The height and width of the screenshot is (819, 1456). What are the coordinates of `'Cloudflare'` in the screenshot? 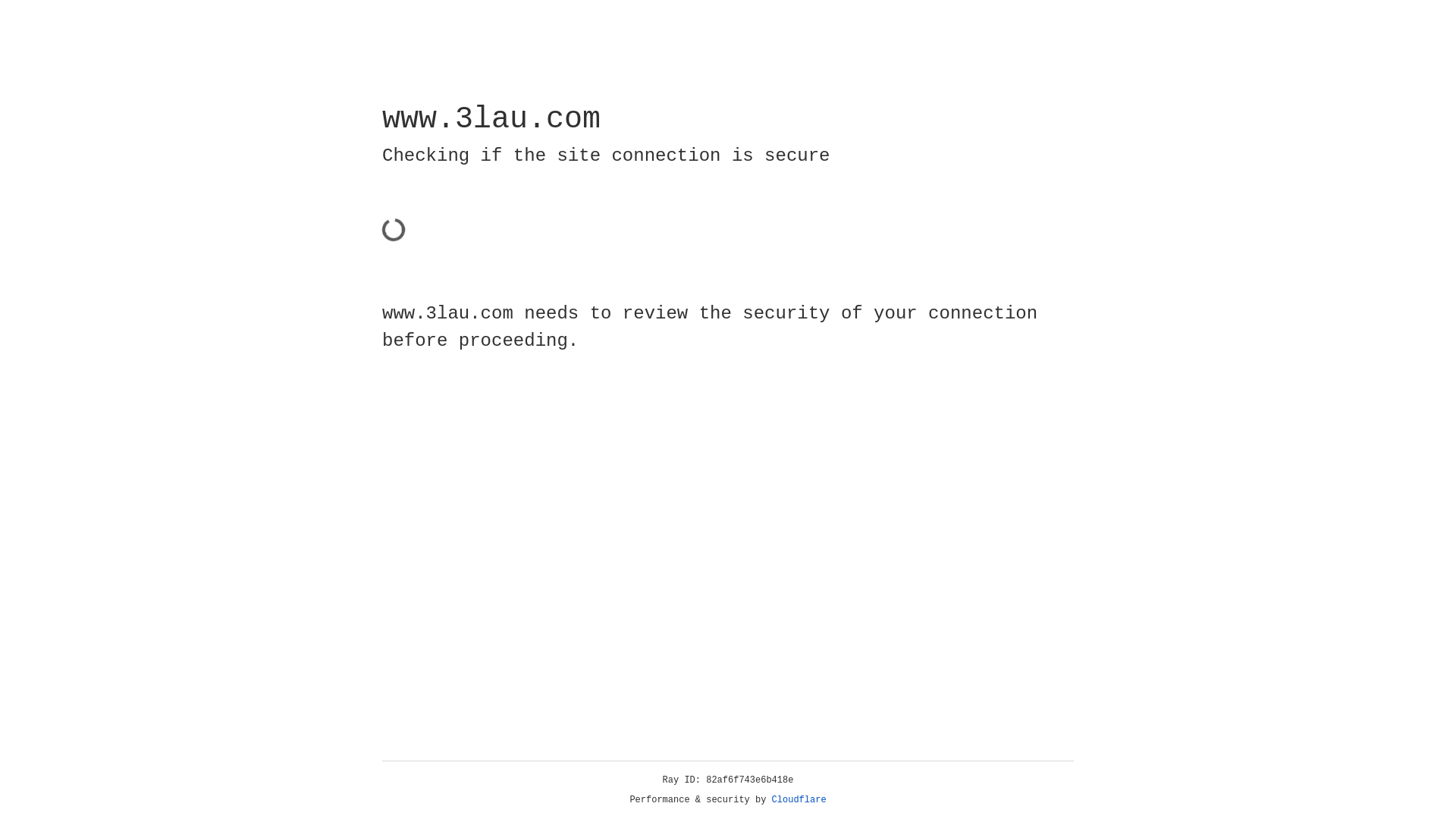 It's located at (799, 799).